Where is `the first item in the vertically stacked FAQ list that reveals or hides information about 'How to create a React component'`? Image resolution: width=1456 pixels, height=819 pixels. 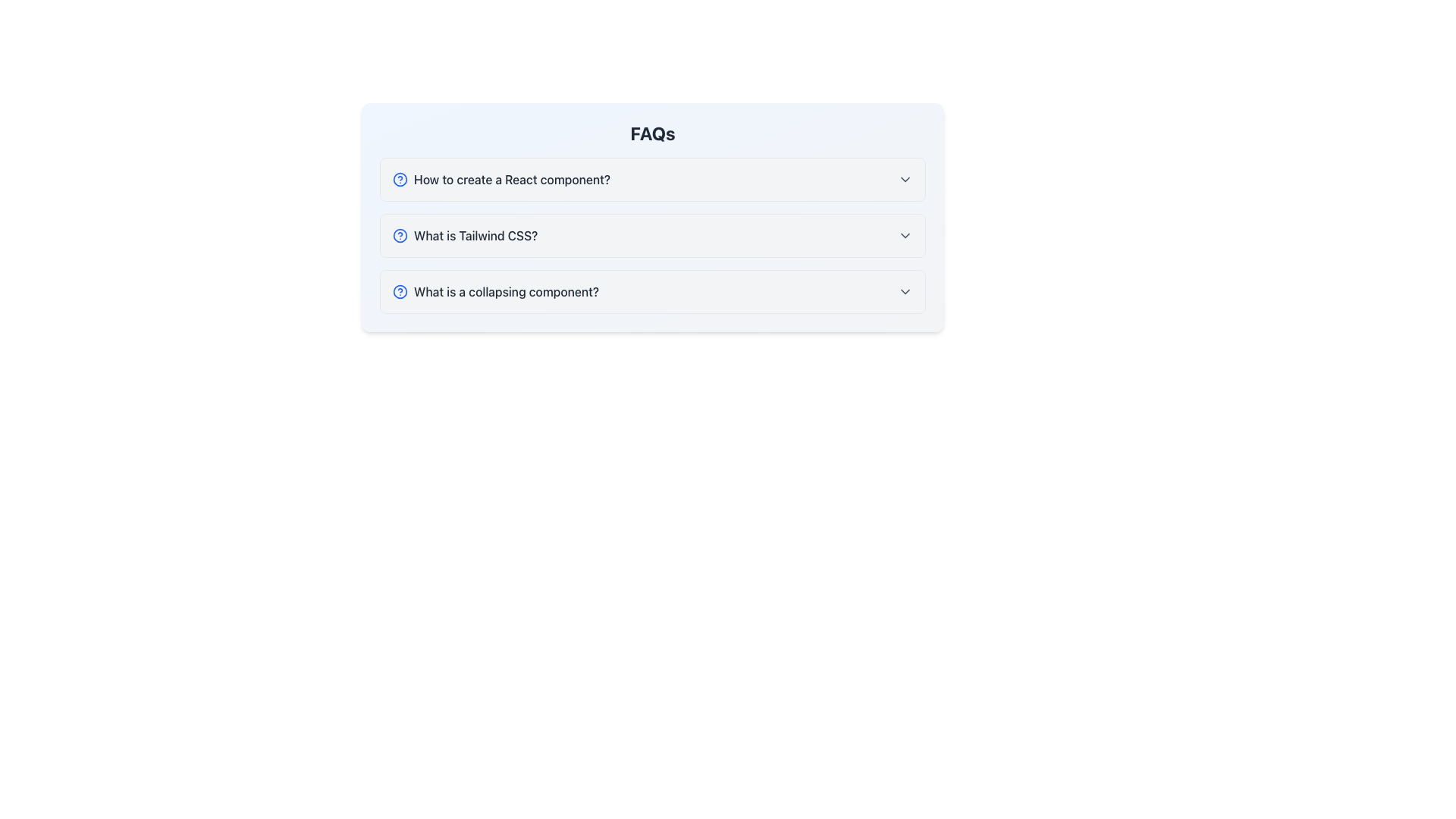 the first item in the vertically stacked FAQ list that reveals or hides information about 'How to create a React component' is located at coordinates (652, 178).